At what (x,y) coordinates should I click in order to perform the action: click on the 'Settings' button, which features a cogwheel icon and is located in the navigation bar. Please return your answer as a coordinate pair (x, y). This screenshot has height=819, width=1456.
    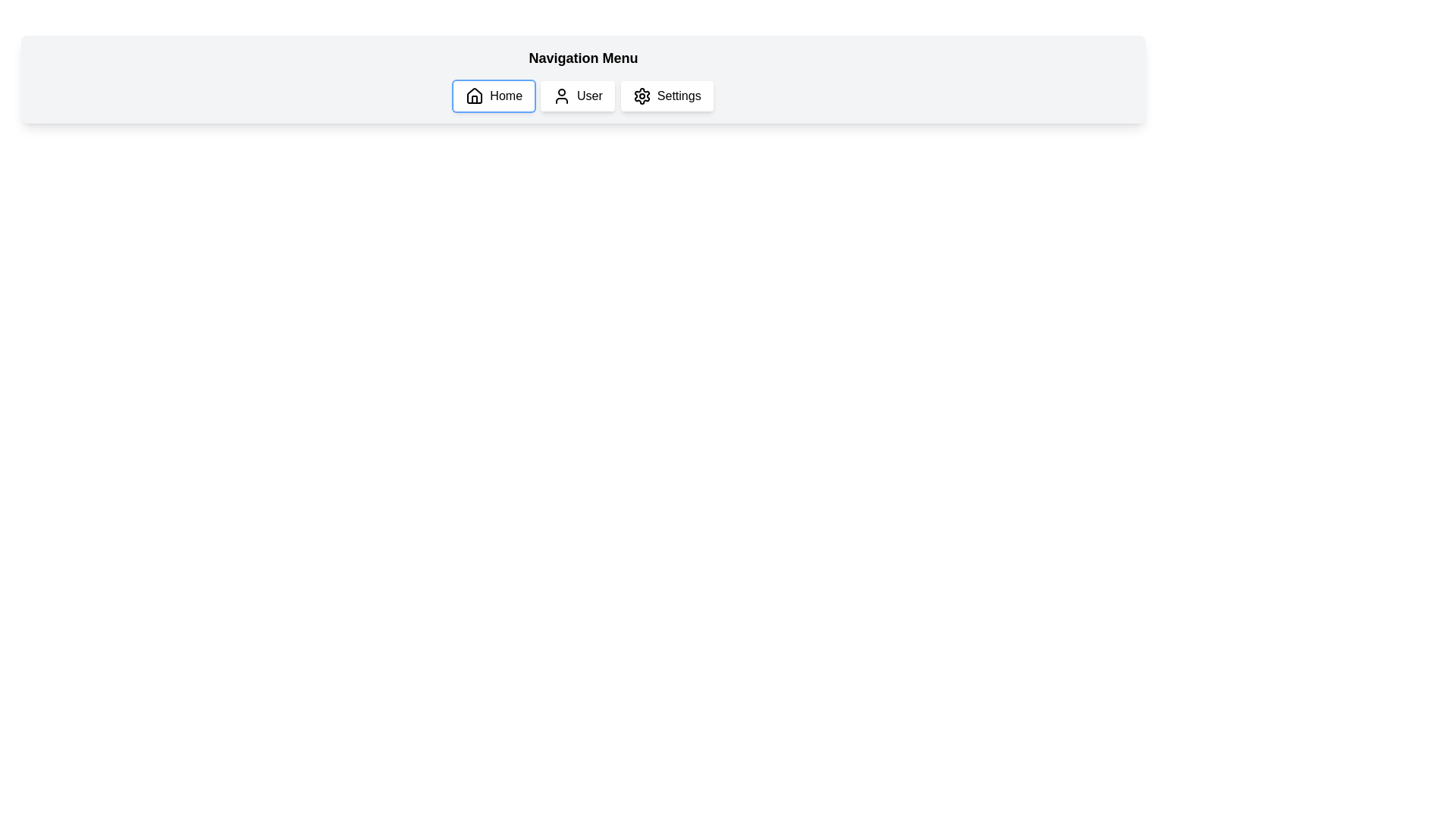
    Looking at the image, I should click on (642, 96).